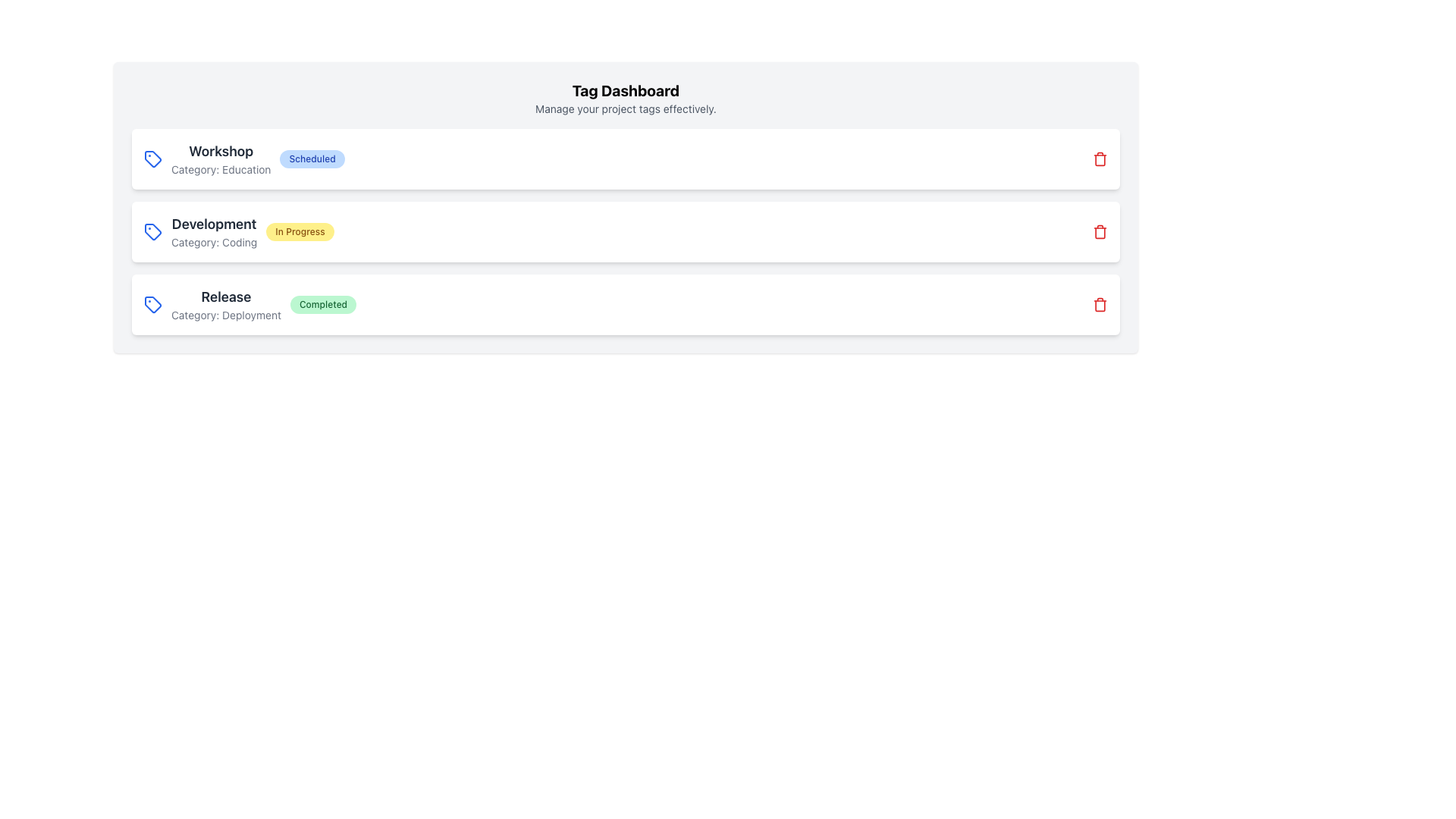  What do you see at coordinates (300, 231) in the screenshot?
I see `the small, pill-shaped label with a yellow background and the text 'In Progress', located to the right of the 'Development' section in the second row of the list` at bounding box center [300, 231].